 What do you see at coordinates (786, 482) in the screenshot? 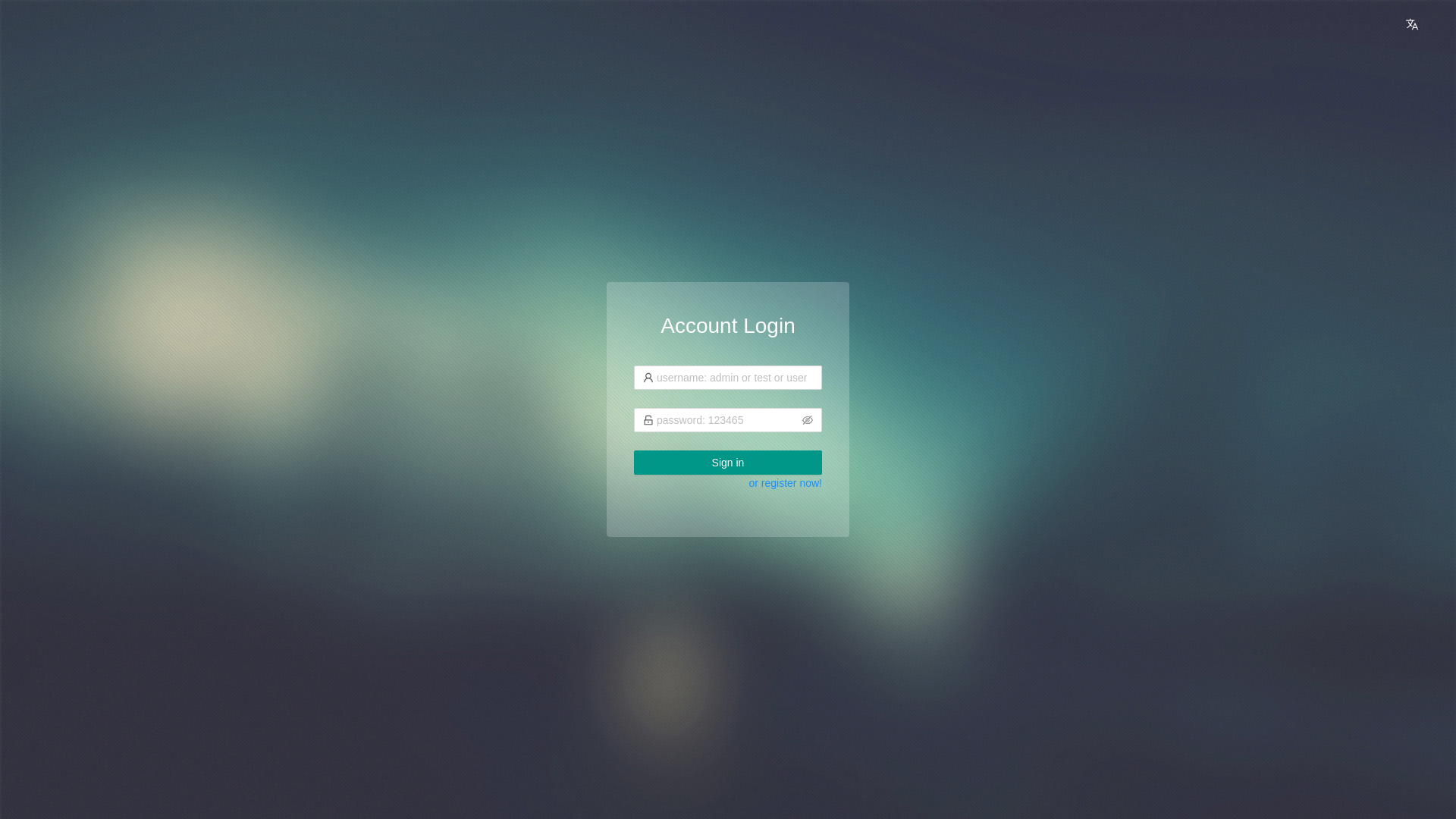
I see `'or register now!'` at bounding box center [786, 482].